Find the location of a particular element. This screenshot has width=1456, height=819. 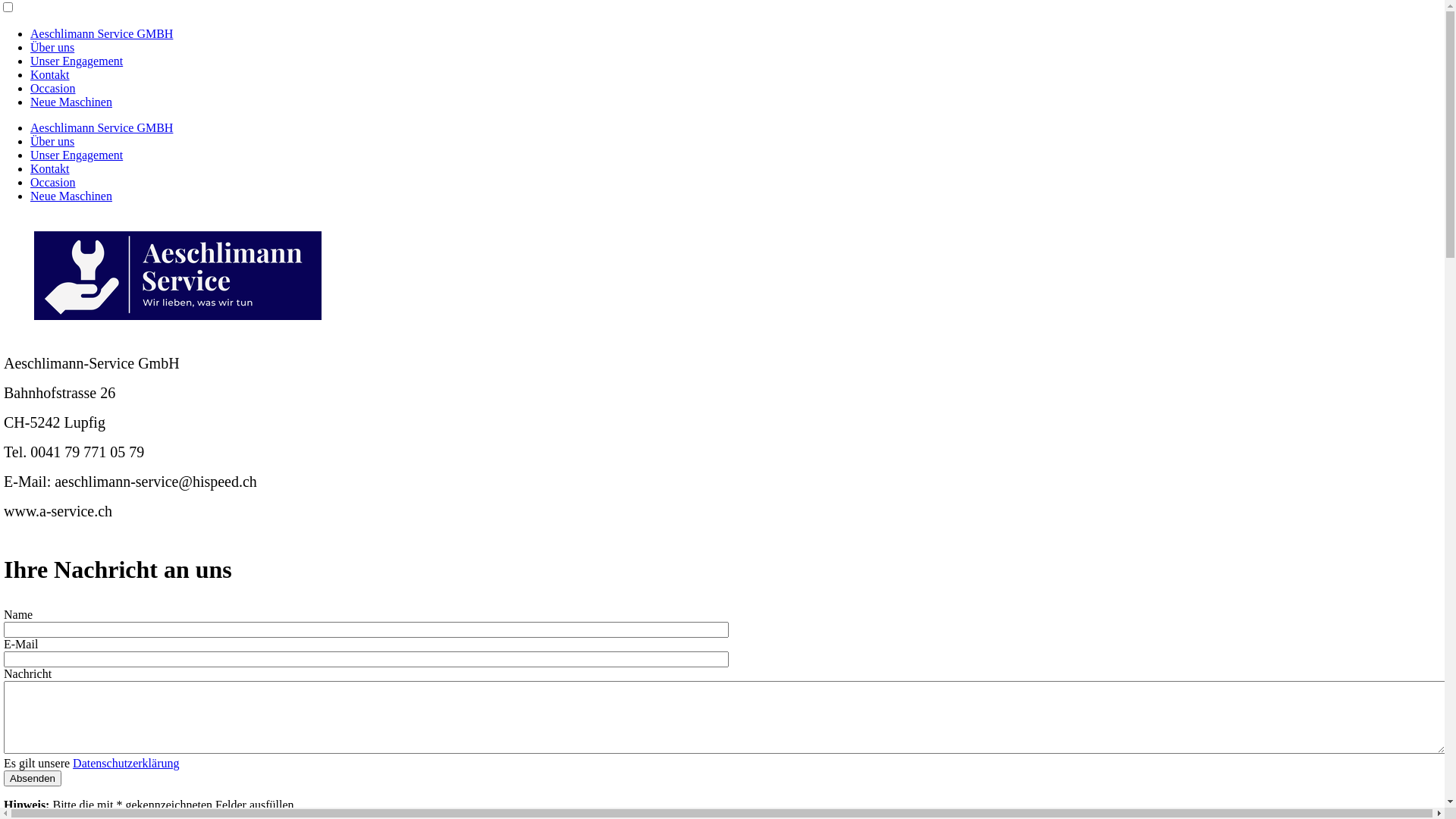

'Absenden' is located at coordinates (33, 778).